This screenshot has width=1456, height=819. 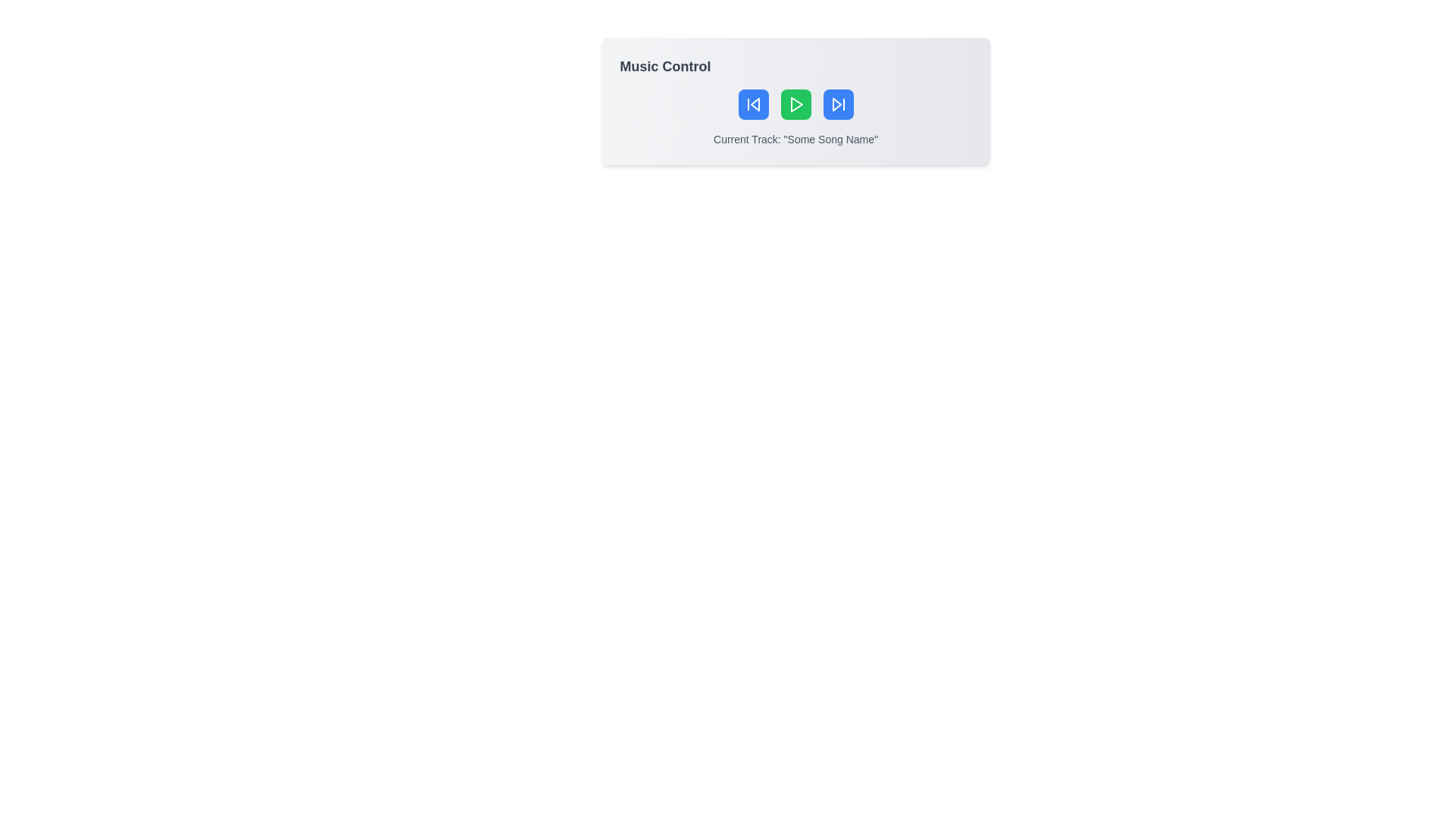 I want to click on the play button in the music control interface to visualize the hover effect, so click(x=795, y=104).